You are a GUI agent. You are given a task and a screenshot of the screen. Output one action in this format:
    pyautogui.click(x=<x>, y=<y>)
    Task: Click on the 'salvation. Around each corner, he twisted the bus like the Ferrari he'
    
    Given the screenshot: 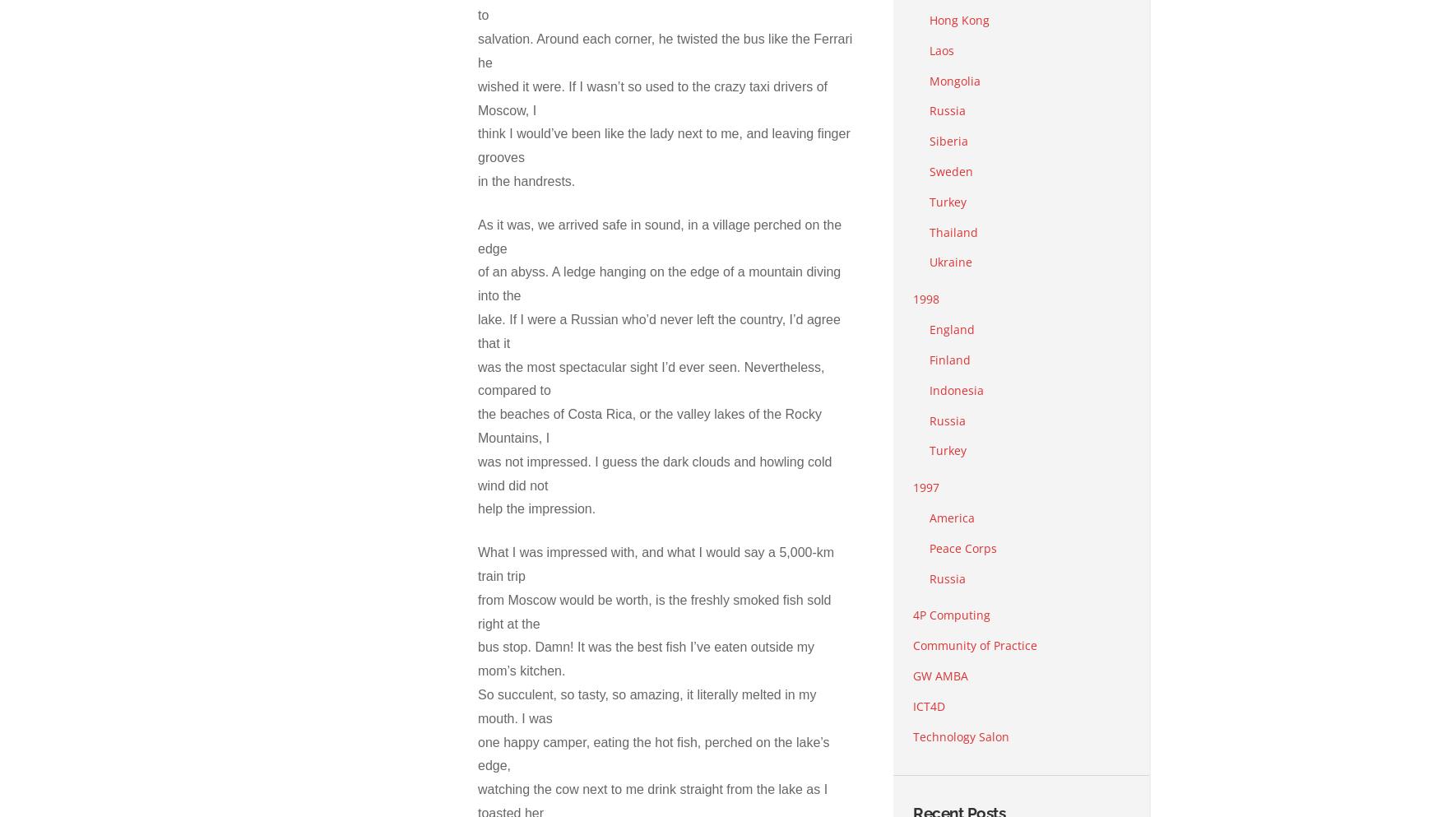 What is the action you would take?
    pyautogui.click(x=665, y=50)
    